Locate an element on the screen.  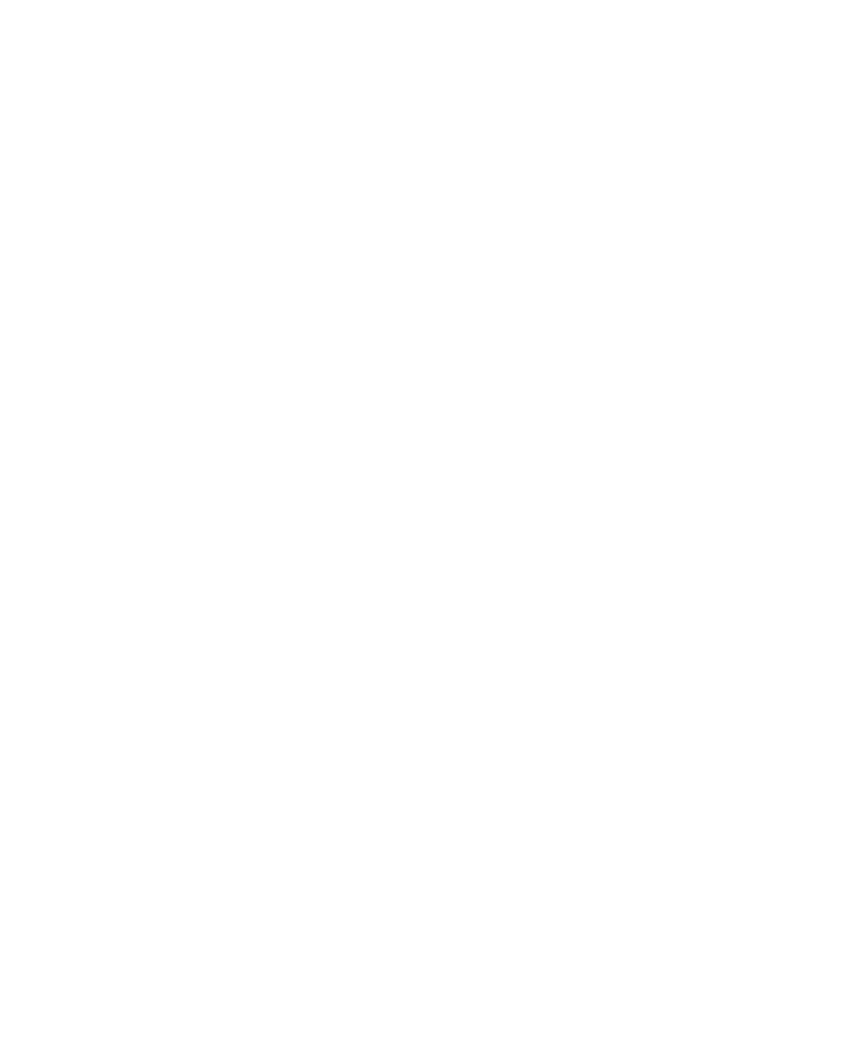
'Japanese Fireworks Continue as the Market Turns to the FOMC' is located at coordinates (179, 516).